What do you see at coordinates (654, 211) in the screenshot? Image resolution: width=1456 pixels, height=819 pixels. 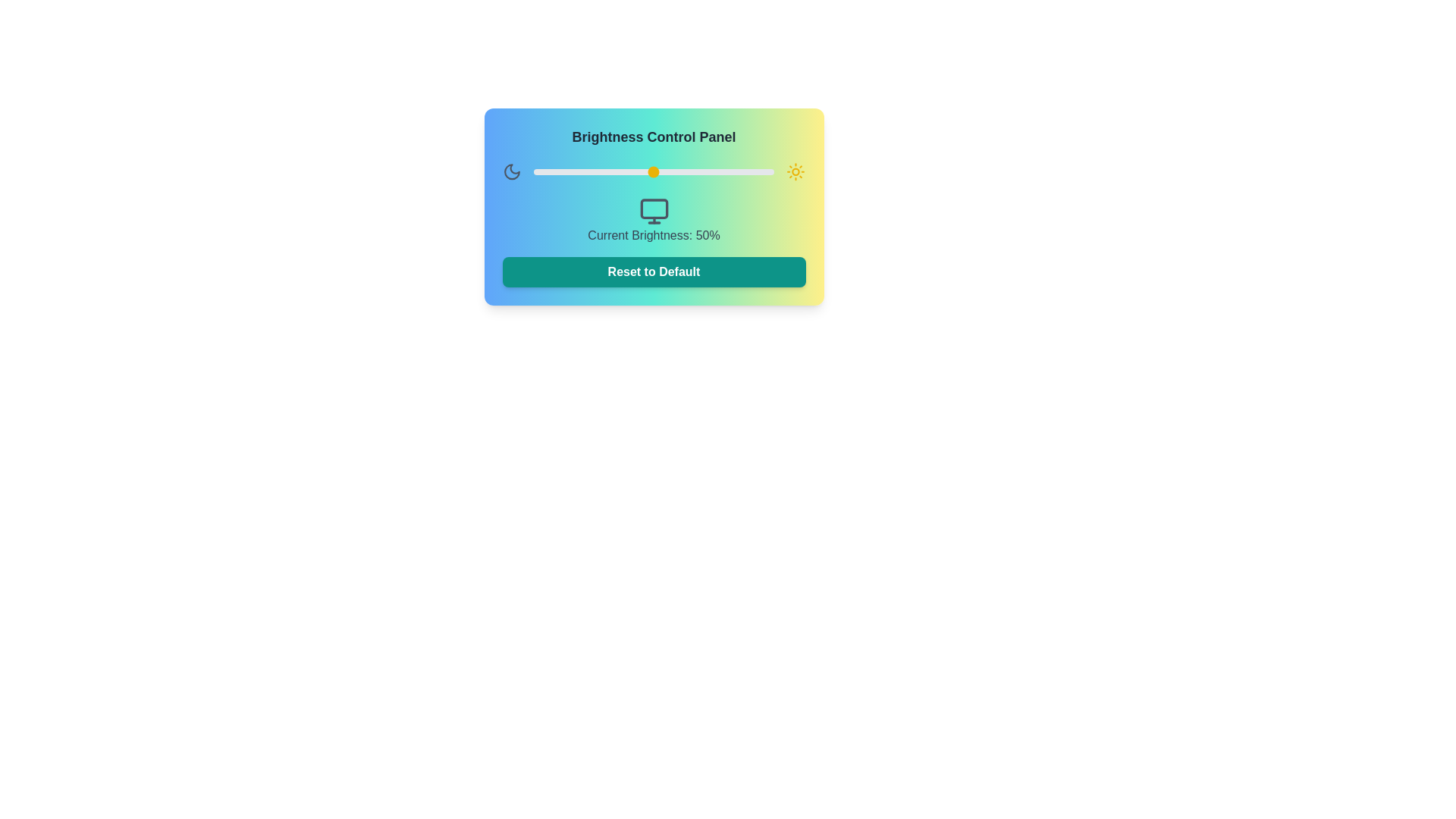 I see `the brightness control icon located under the label 'Current Brightness: 50%'` at bounding box center [654, 211].